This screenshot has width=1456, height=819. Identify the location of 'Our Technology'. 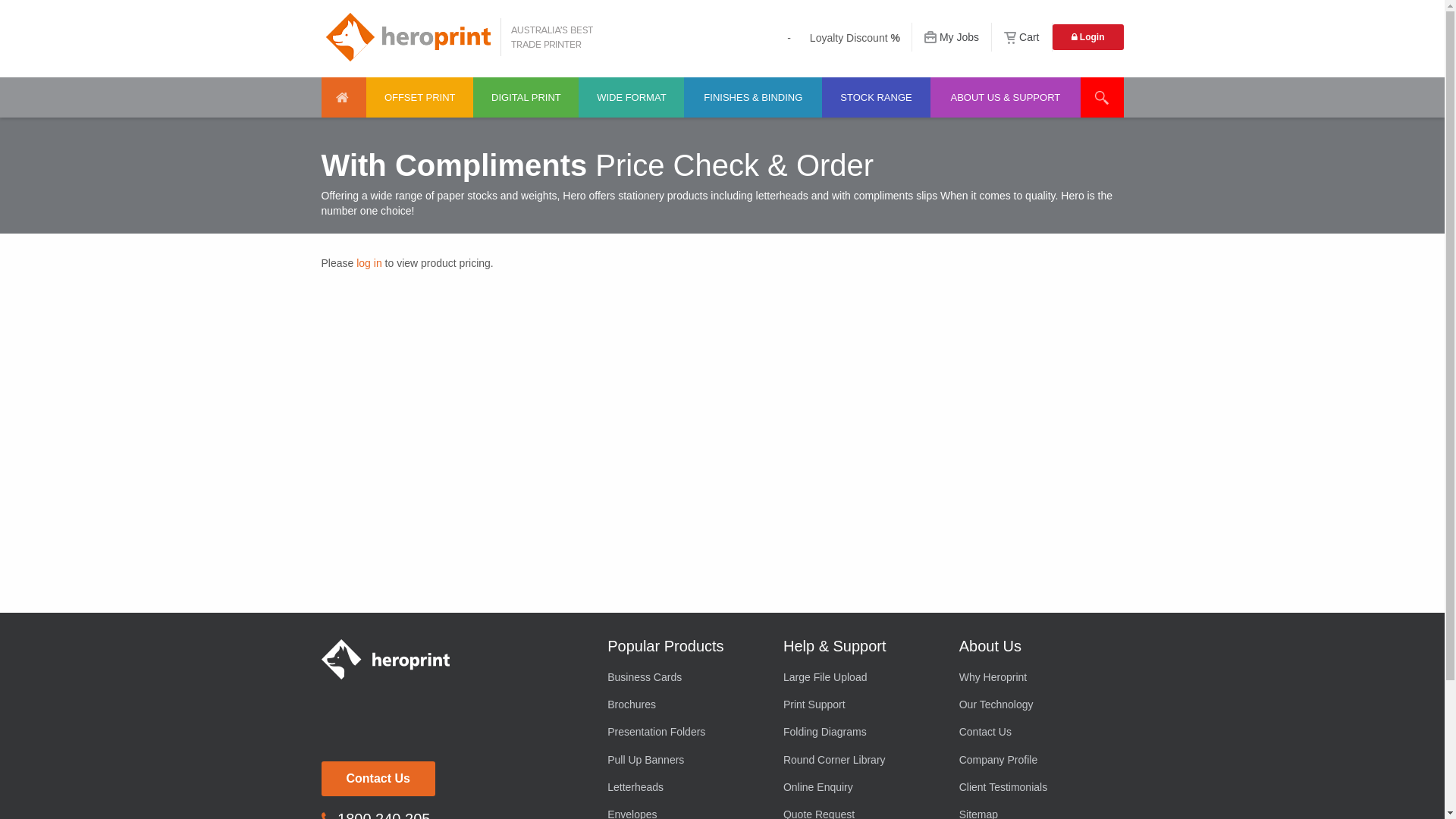
(959, 704).